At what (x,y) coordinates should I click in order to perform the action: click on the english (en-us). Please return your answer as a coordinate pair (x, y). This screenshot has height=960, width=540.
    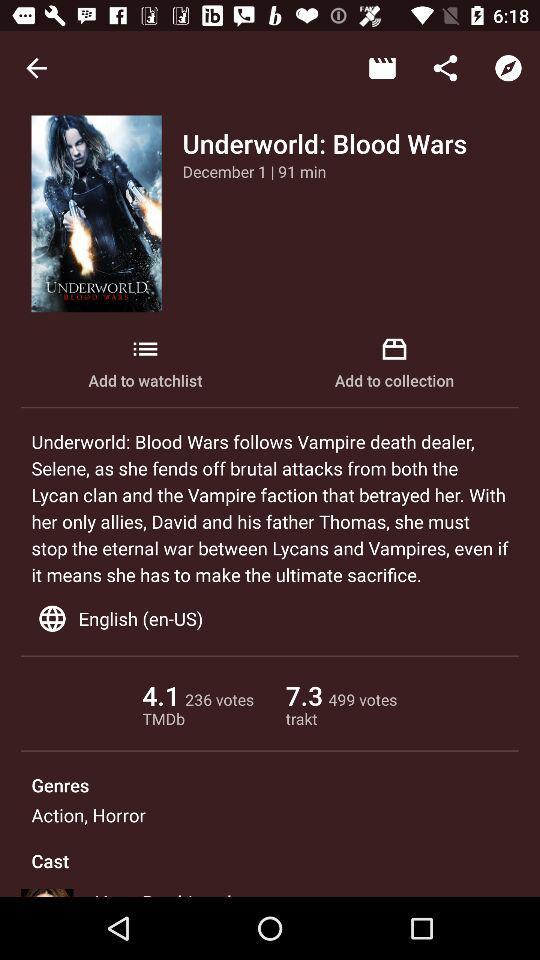
    Looking at the image, I should click on (270, 617).